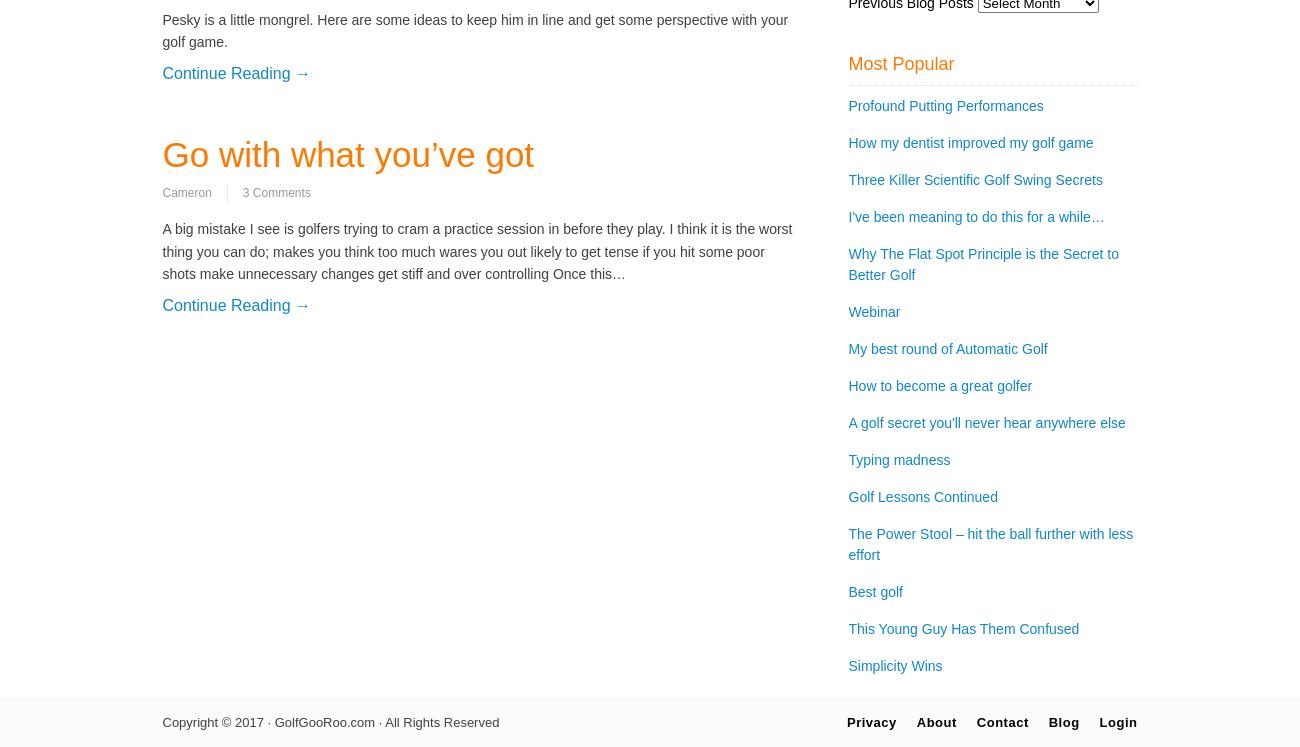  Describe the element at coordinates (160, 152) in the screenshot. I see `'Go with what you’ve got'` at that location.